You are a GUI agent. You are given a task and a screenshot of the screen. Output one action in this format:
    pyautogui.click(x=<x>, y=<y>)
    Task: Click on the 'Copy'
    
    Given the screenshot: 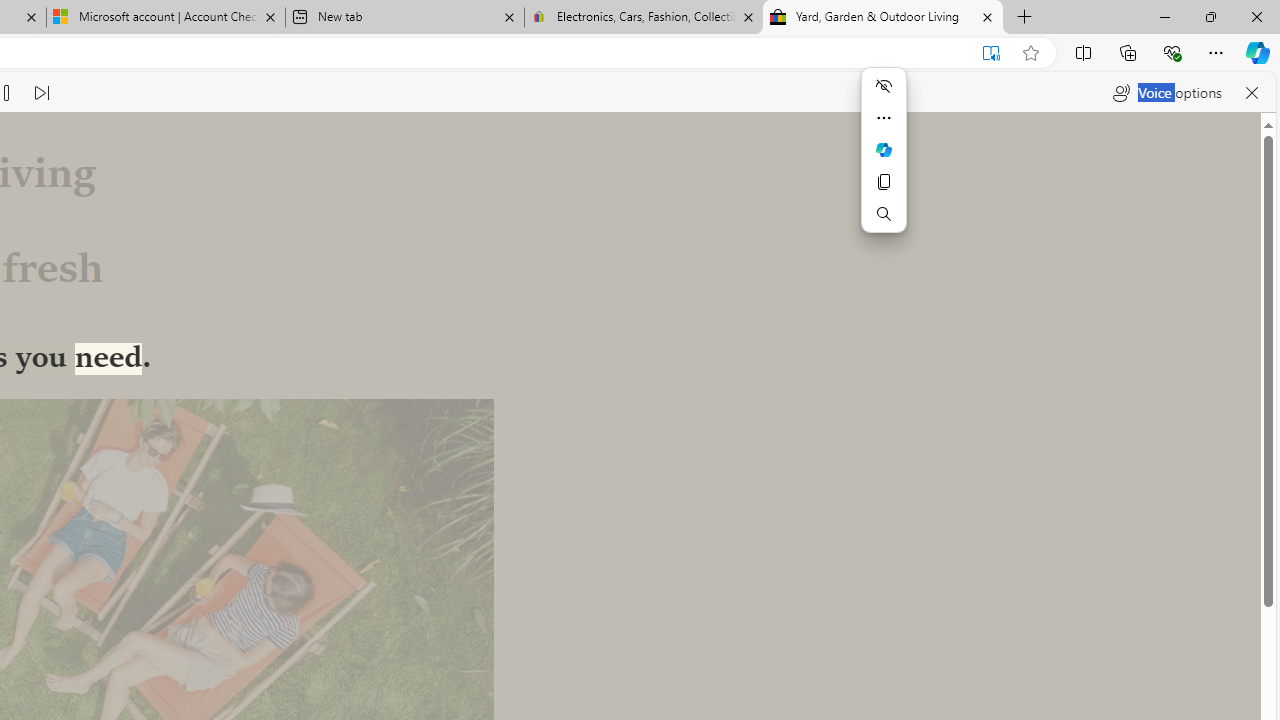 What is the action you would take?
    pyautogui.click(x=882, y=182)
    